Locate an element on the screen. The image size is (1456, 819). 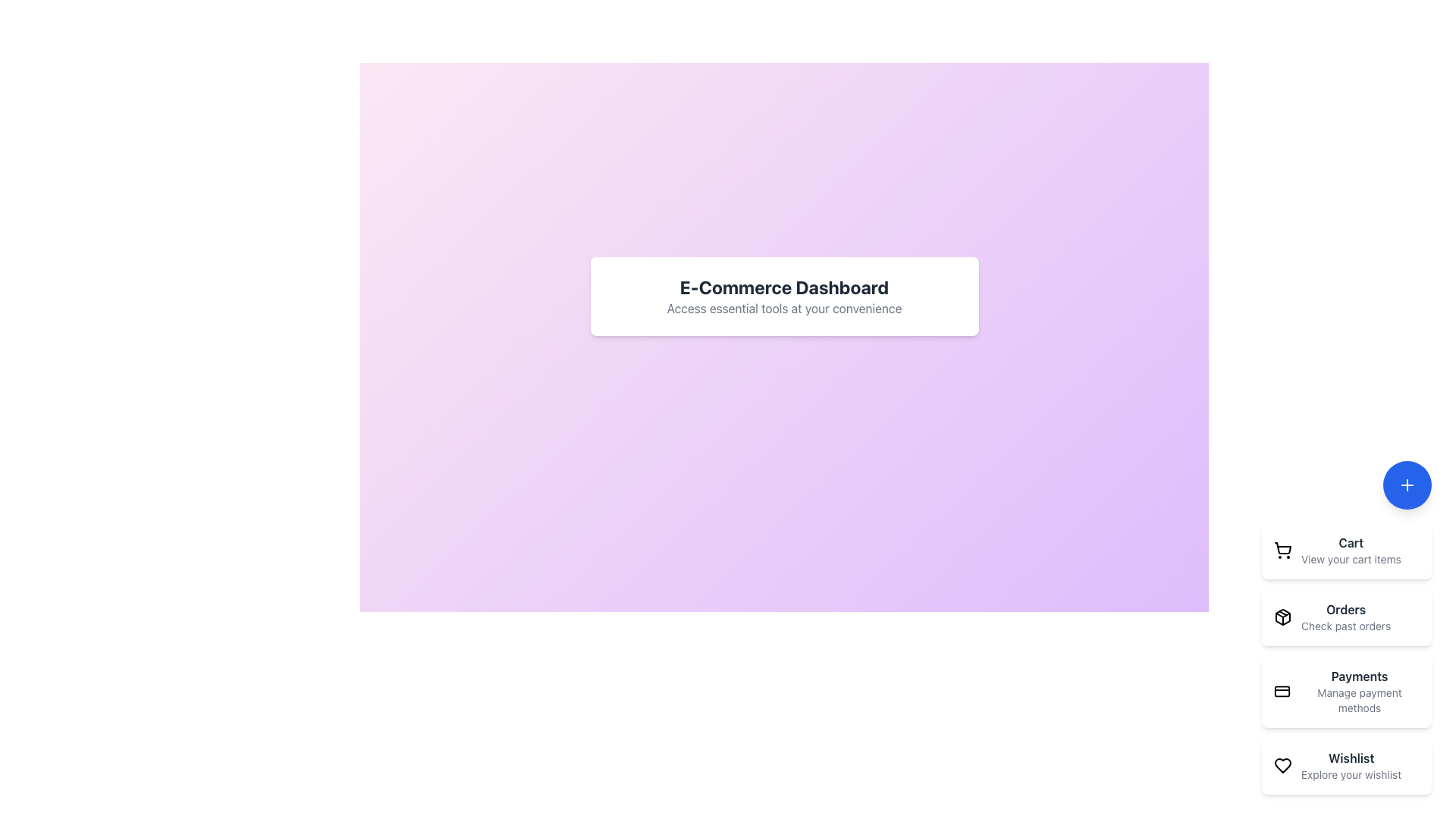
the 'Payments' static text label in the navigation menu, which serves as a label for identifying payment functionalities is located at coordinates (1360, 675).